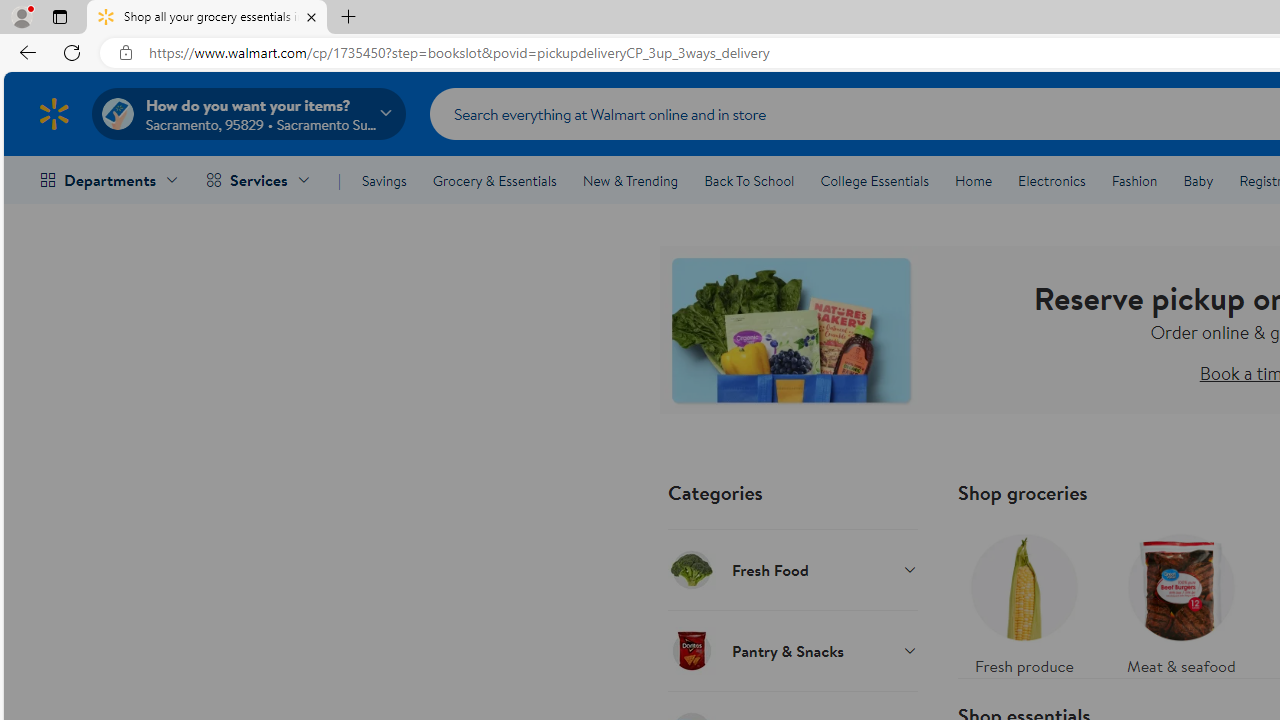 The image size is (1280, 720). Describe the element at coordinates (791, 650) in the screenshot. I see `'Pantry & Snacks'` at that location.